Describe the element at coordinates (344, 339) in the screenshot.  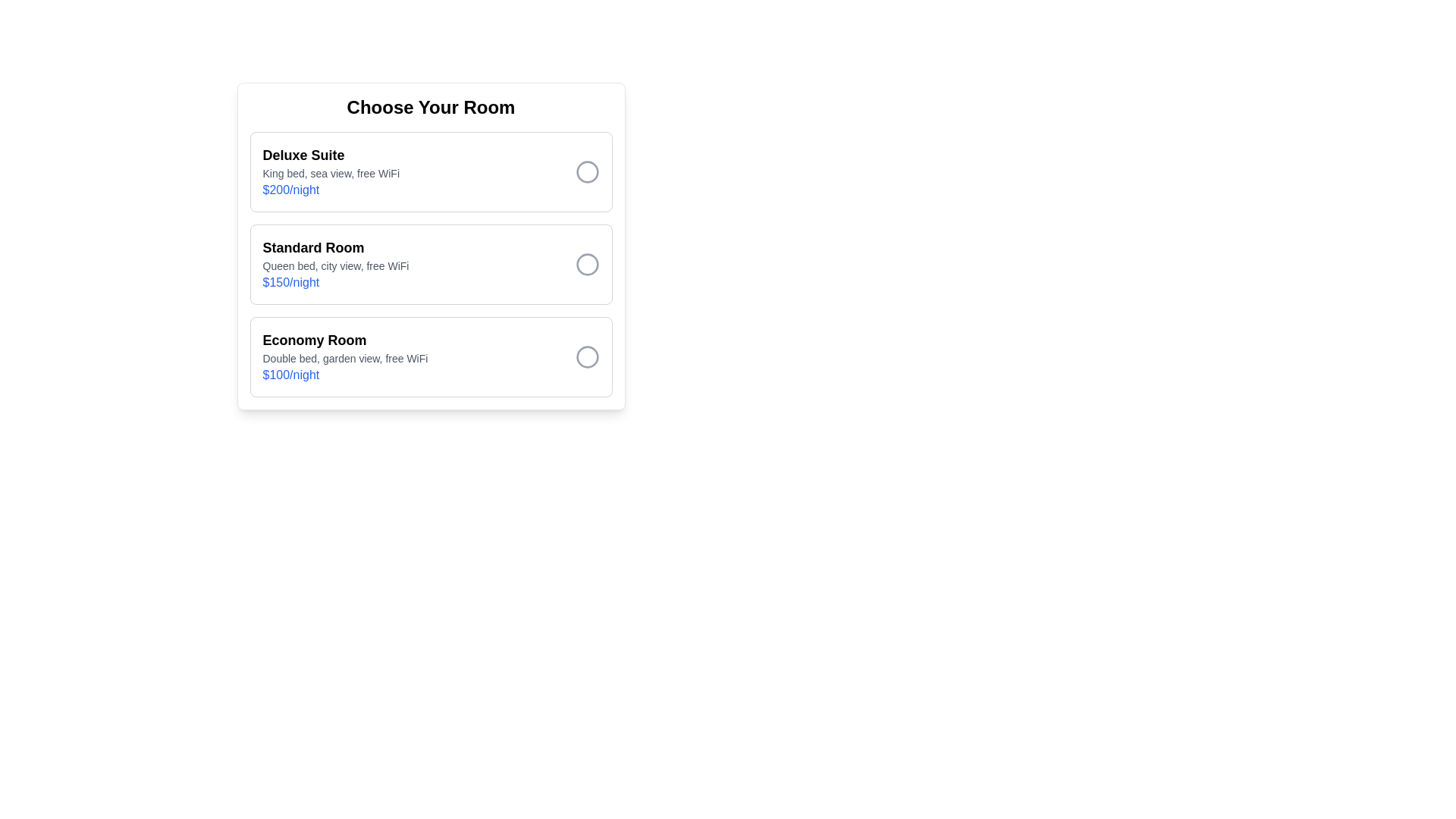
I see `the Text label that identifies the 'Economy Room' option, which is centrally aligned and located at the bottom of the room descriptions list` at that location.